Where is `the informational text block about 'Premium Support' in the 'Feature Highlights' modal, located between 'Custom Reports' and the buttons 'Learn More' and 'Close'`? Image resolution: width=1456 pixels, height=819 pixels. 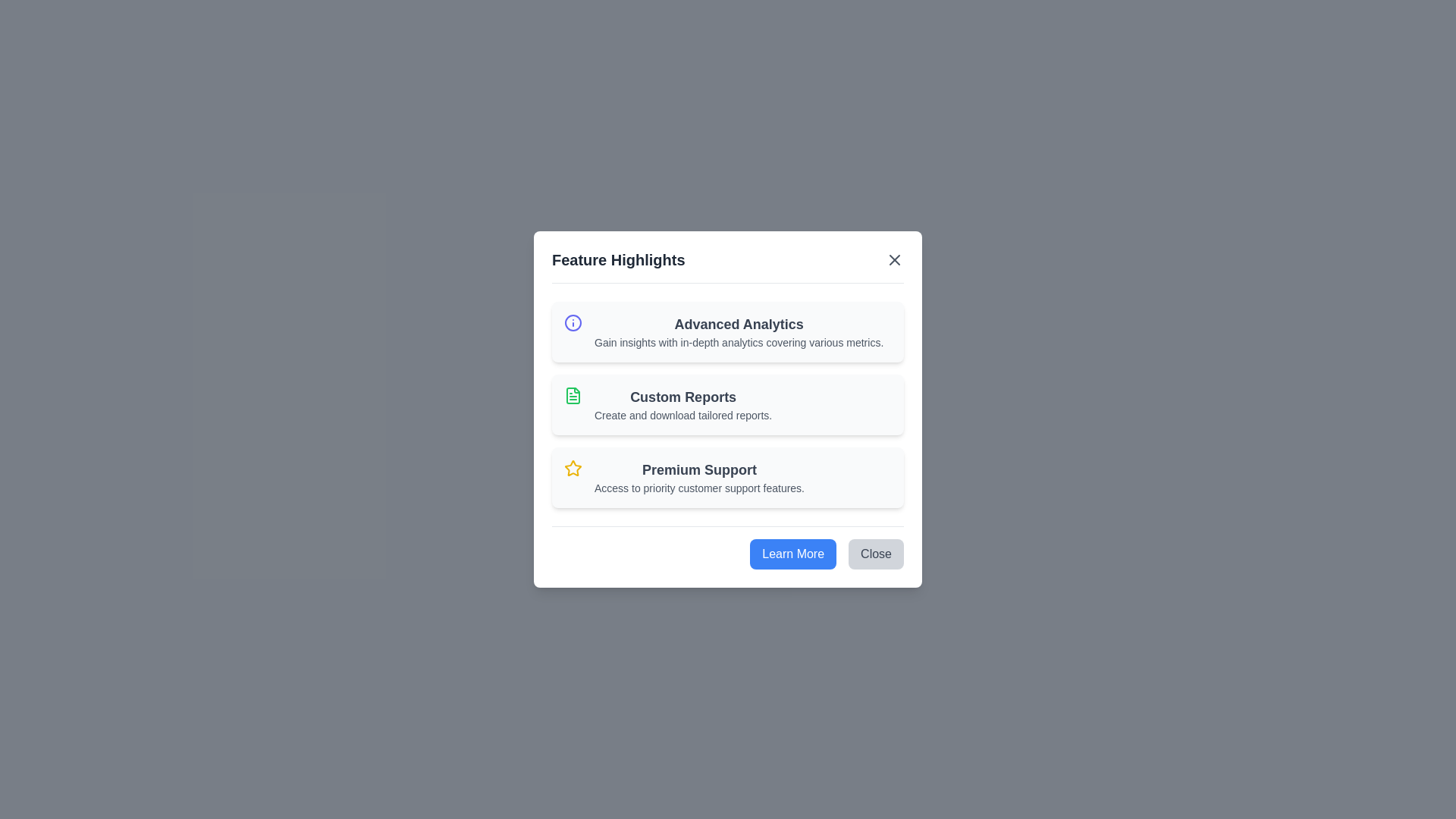 the informational text block about 'Premium Support' in the 'Feature Highlights' modal, located between 'Custom Reports' and the buttons 'Learn More' and 'Close' is located at coordinates (698, 476).